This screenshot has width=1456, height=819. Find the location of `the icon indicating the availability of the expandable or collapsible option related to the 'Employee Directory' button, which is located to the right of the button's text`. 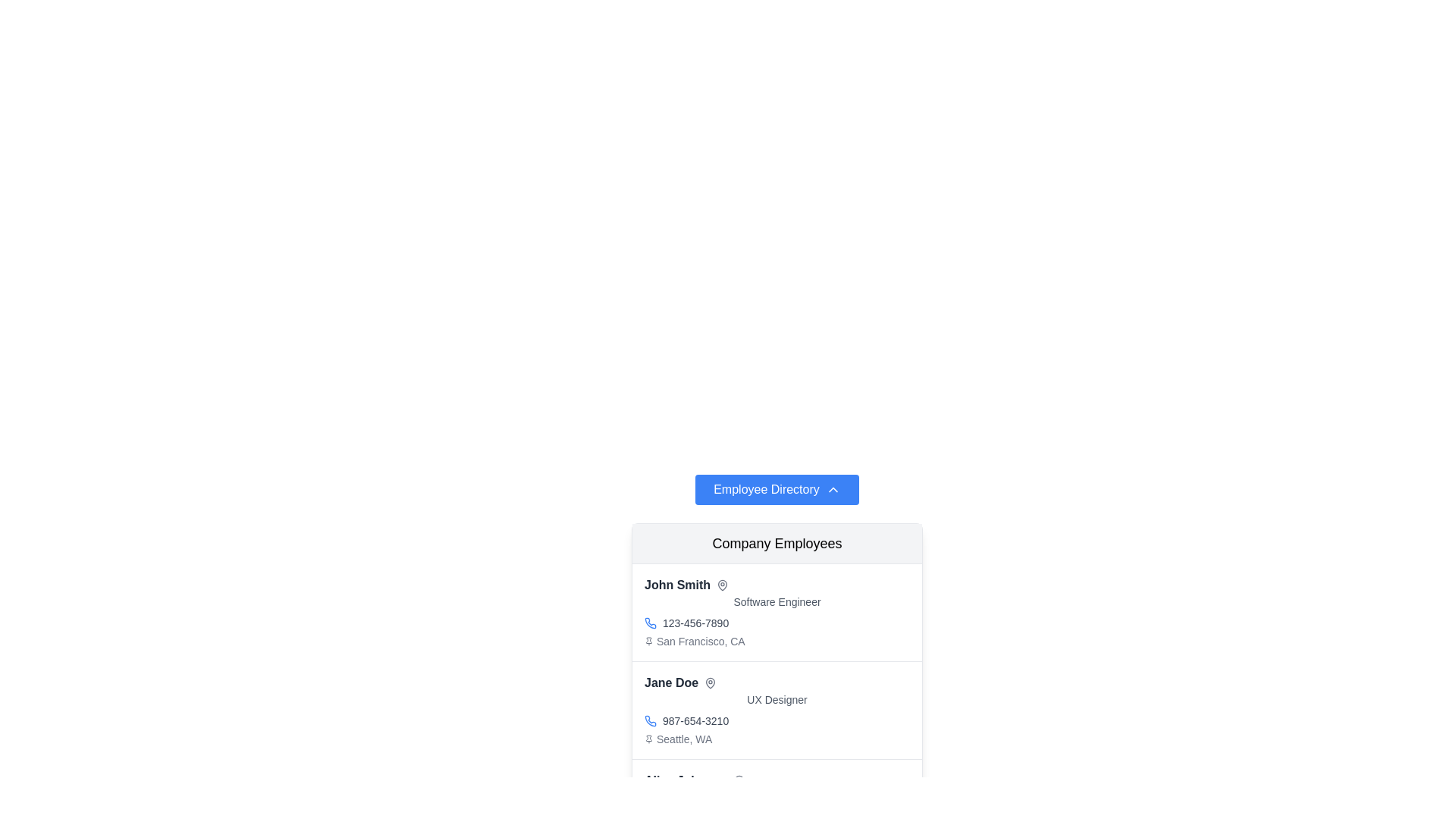

the icon indicating the availability of the expandable or collapsible option related to the 'Employee Directory' button, which is located to the right of the button's text is located at coordinates (832, 489).